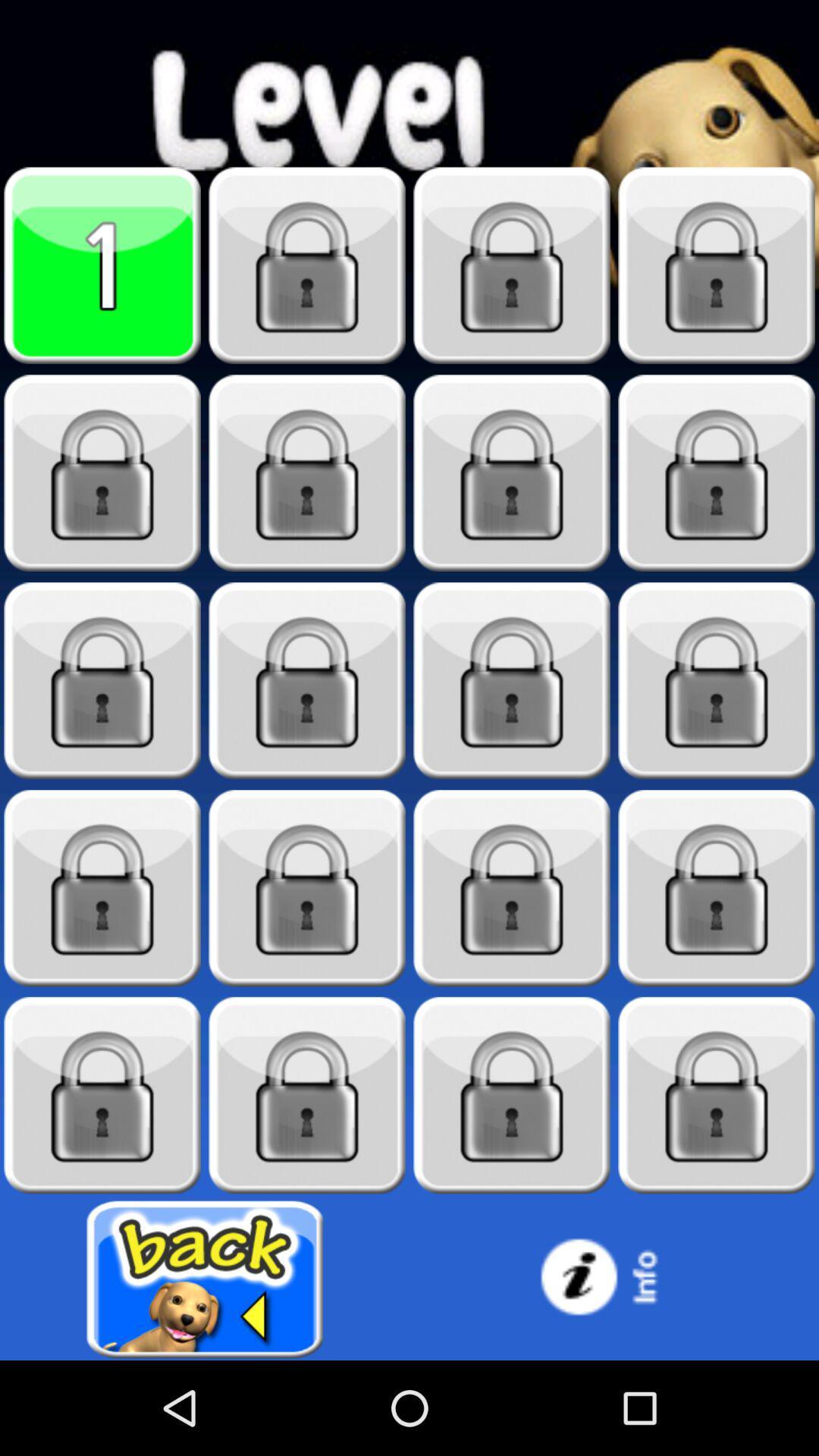 Image resolution: width=819 pixels, height=1456 pixels. What do you see at coordinates (717, 1095) in the screenshot?
I see `unclock new level` at bounding box center [717, 1095].